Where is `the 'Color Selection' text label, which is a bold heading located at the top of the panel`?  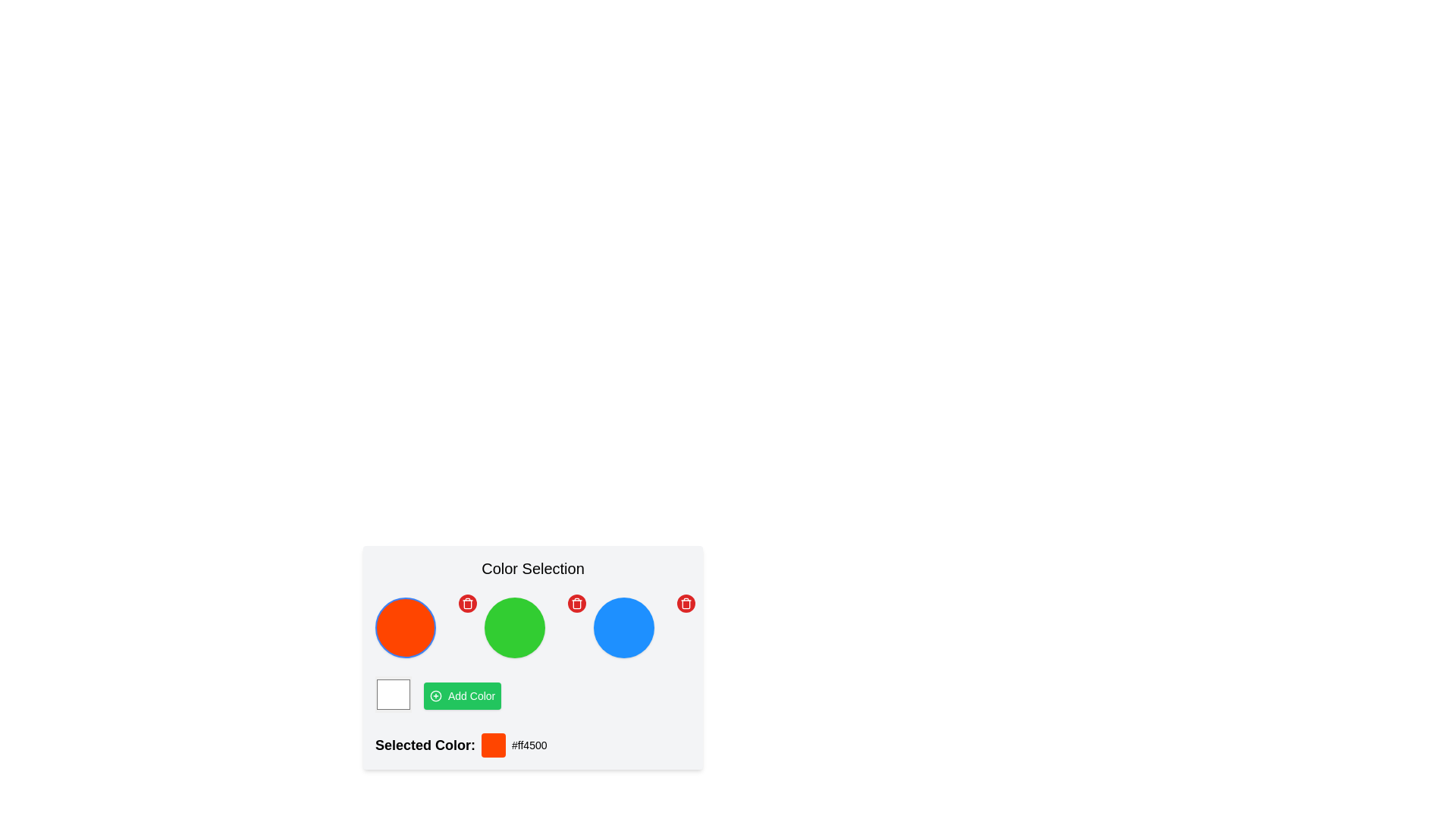
the 'Color Selection' text label, which is a bold heading located at the top of the panel is located at coordinates (532, 568).